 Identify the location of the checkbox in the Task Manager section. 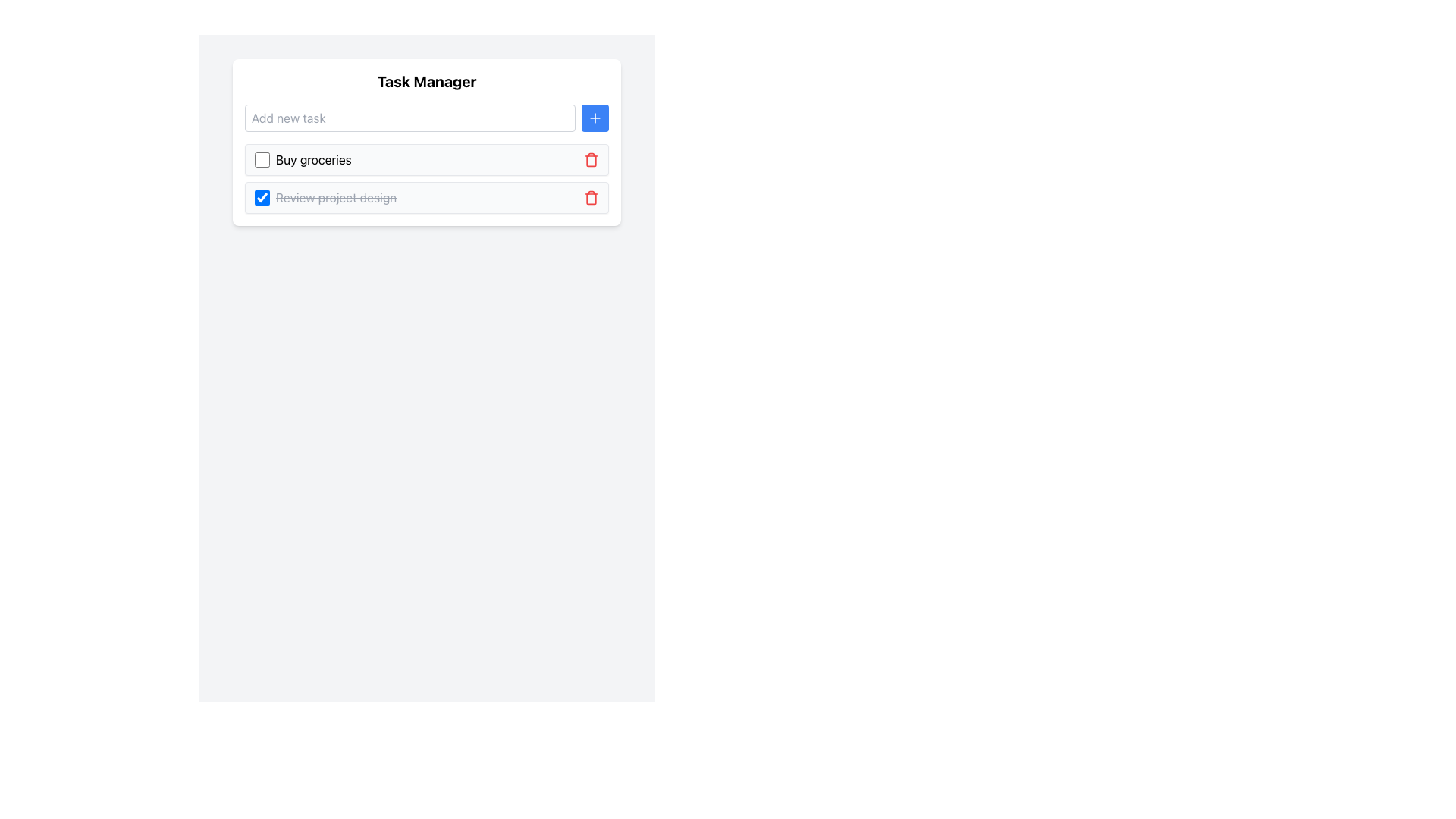
(425, 143).